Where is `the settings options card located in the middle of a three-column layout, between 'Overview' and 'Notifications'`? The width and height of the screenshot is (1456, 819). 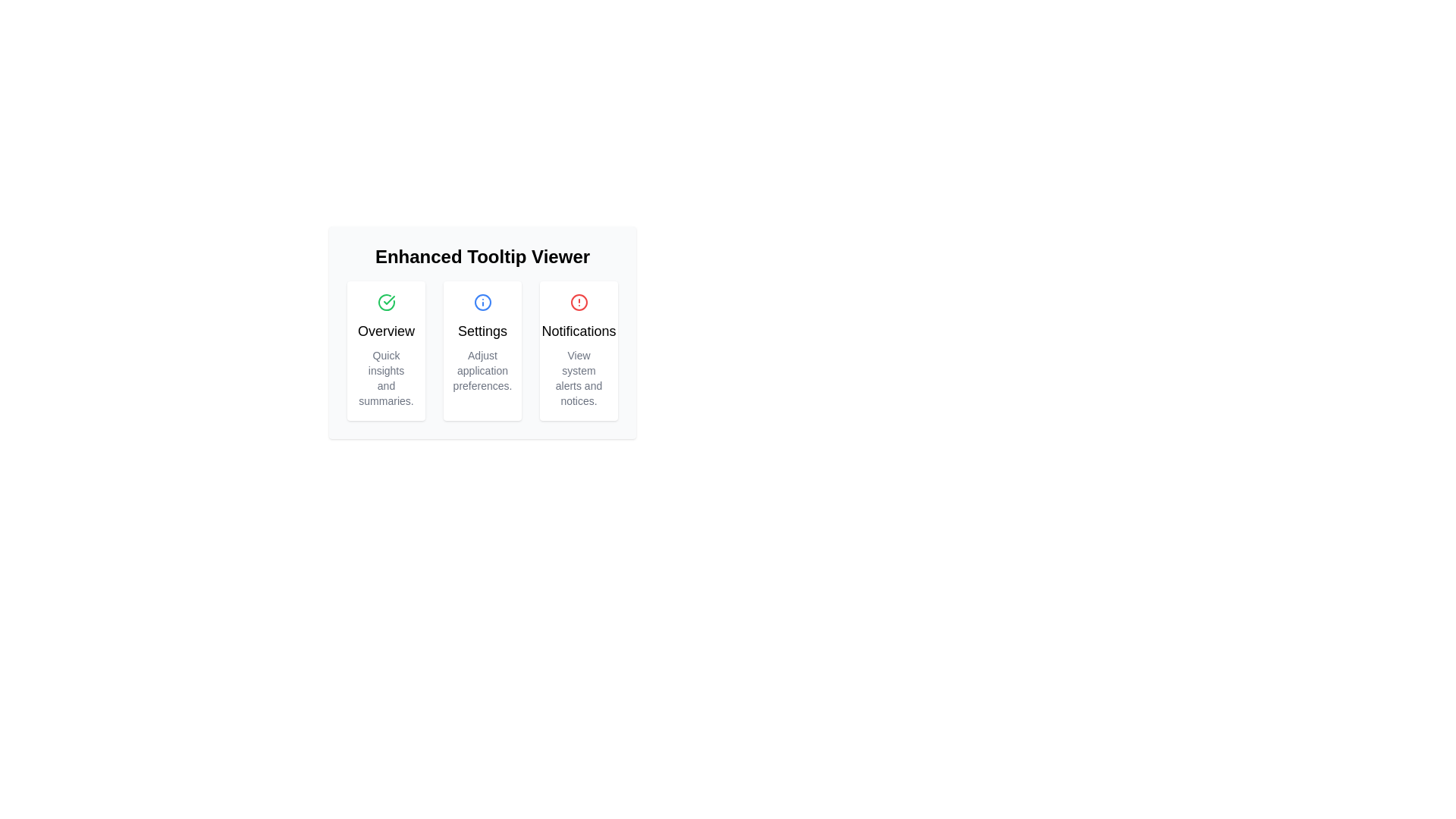 the settings options card located in the middle of a three-column layout, between 'Overview' and 'Notifications' is located at coordinates (482, 350).